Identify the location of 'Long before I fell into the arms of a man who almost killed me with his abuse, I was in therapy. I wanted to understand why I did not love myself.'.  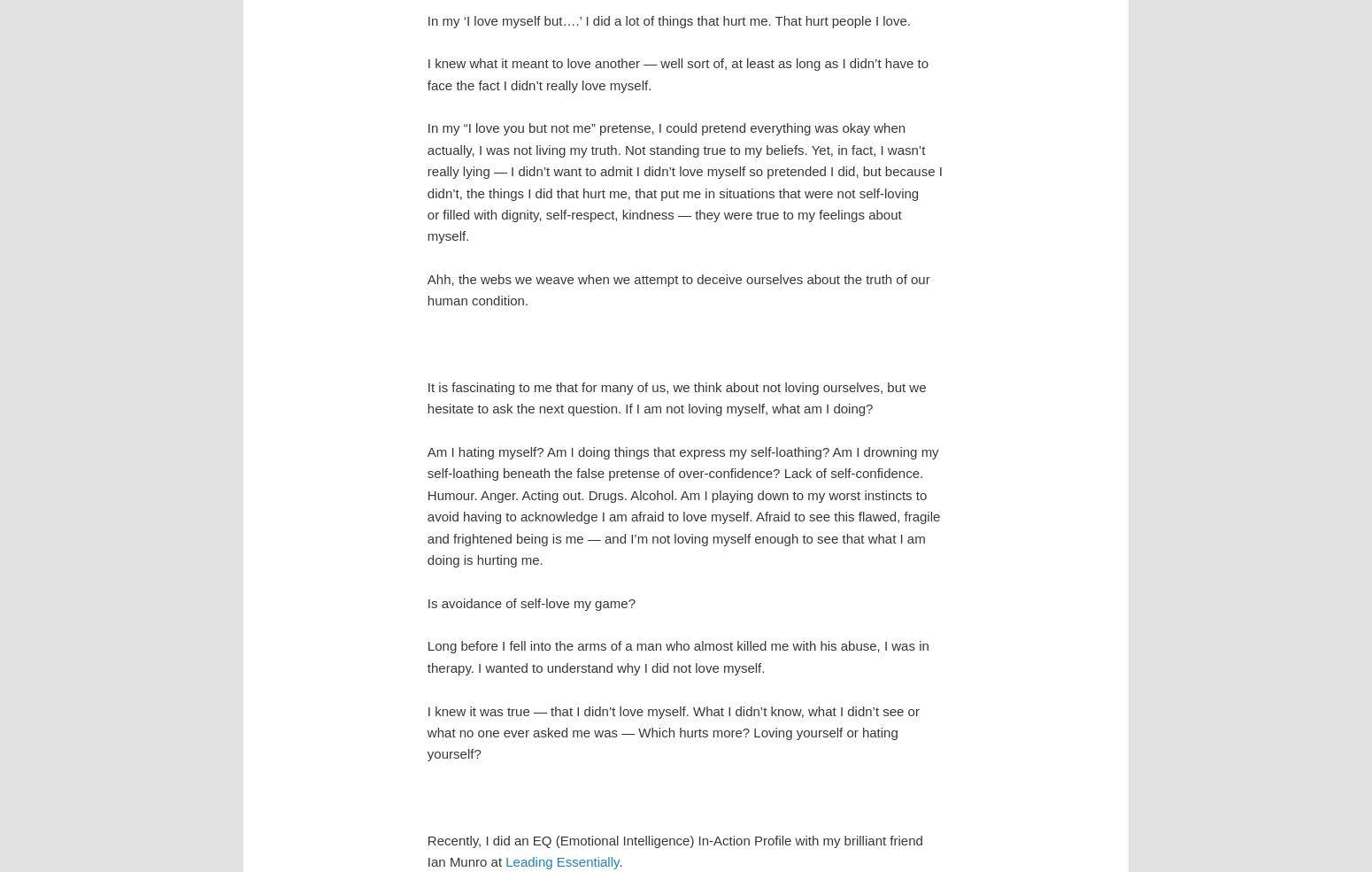
(677, 656).